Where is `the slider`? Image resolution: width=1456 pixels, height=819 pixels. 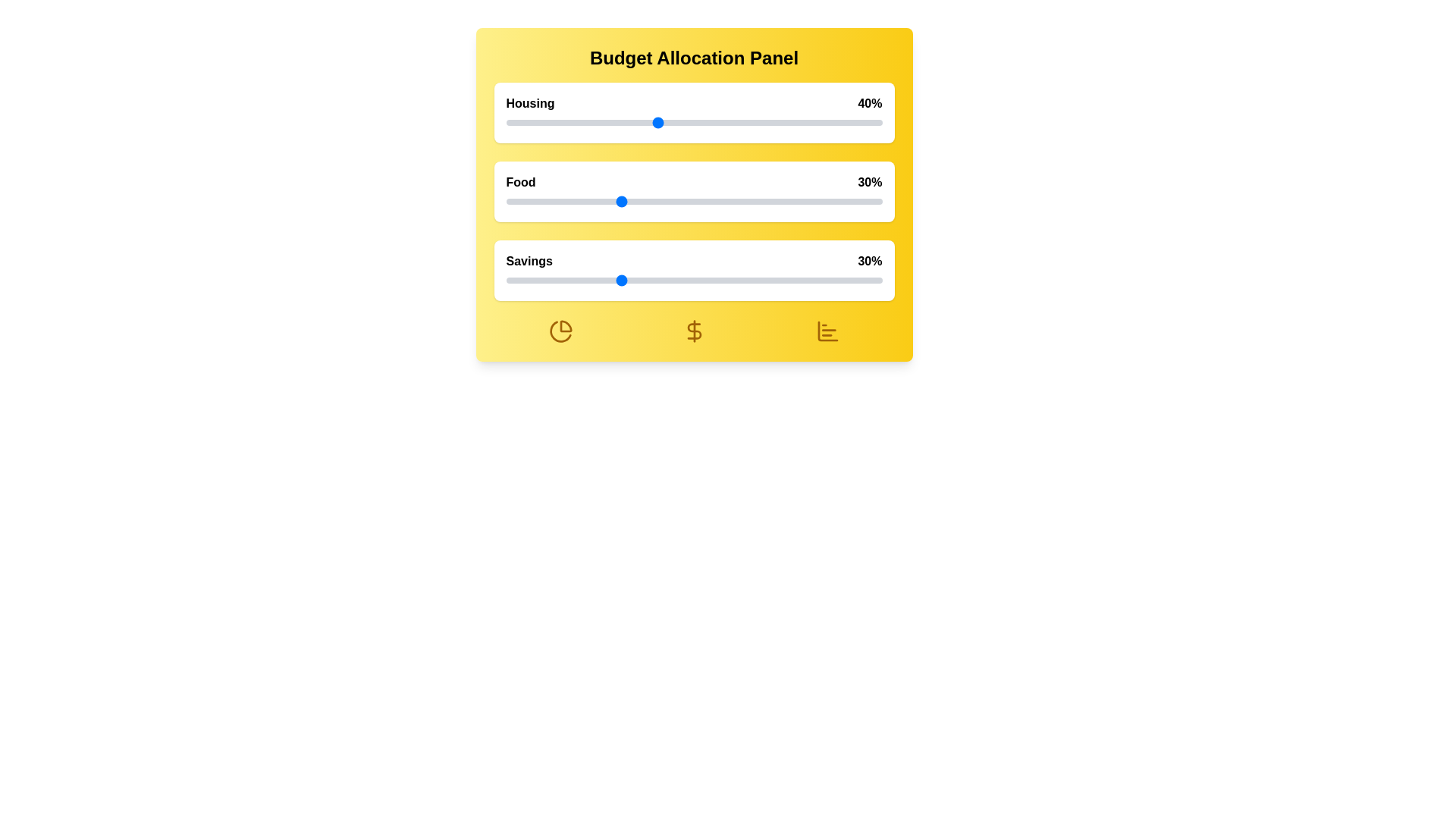
the slider is located at coordinates (742, 281).